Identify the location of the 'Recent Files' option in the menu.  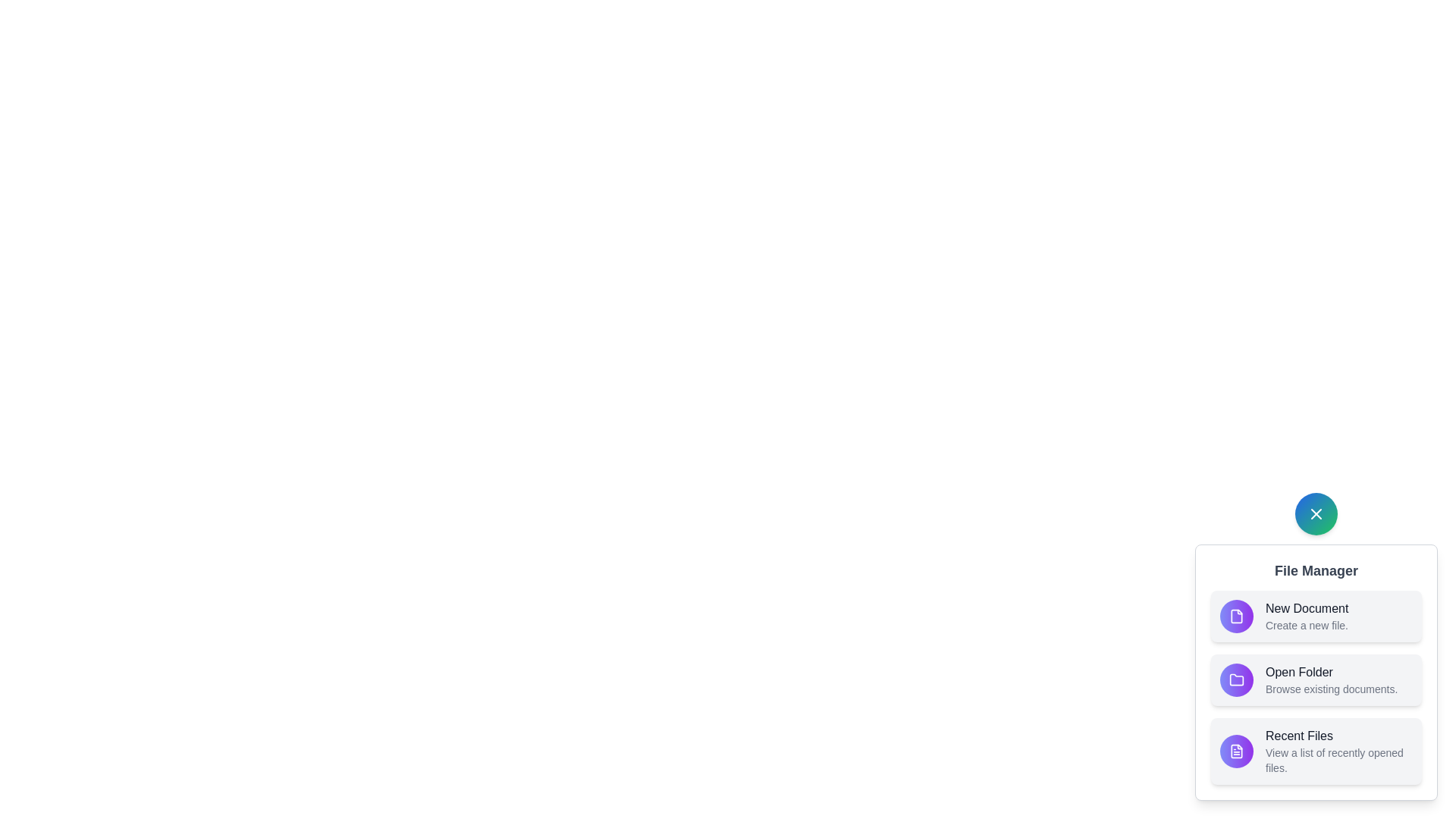
(1316, 752).